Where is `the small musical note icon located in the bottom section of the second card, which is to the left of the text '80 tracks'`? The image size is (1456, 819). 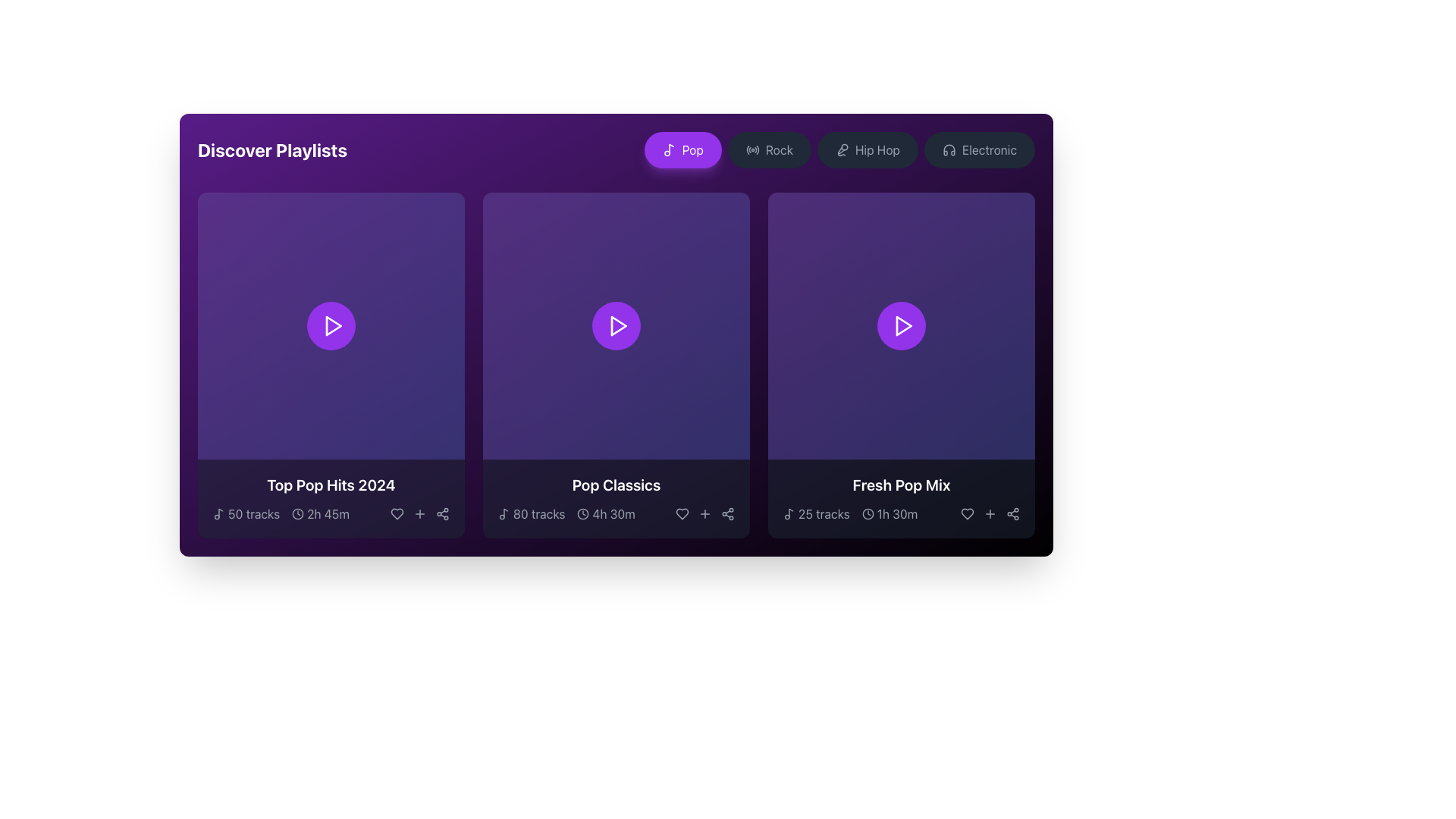
the small musical note icon located in the bottom section of the second card, which is to the left of the text '80 tracks' is located at coordinates (504, 513).